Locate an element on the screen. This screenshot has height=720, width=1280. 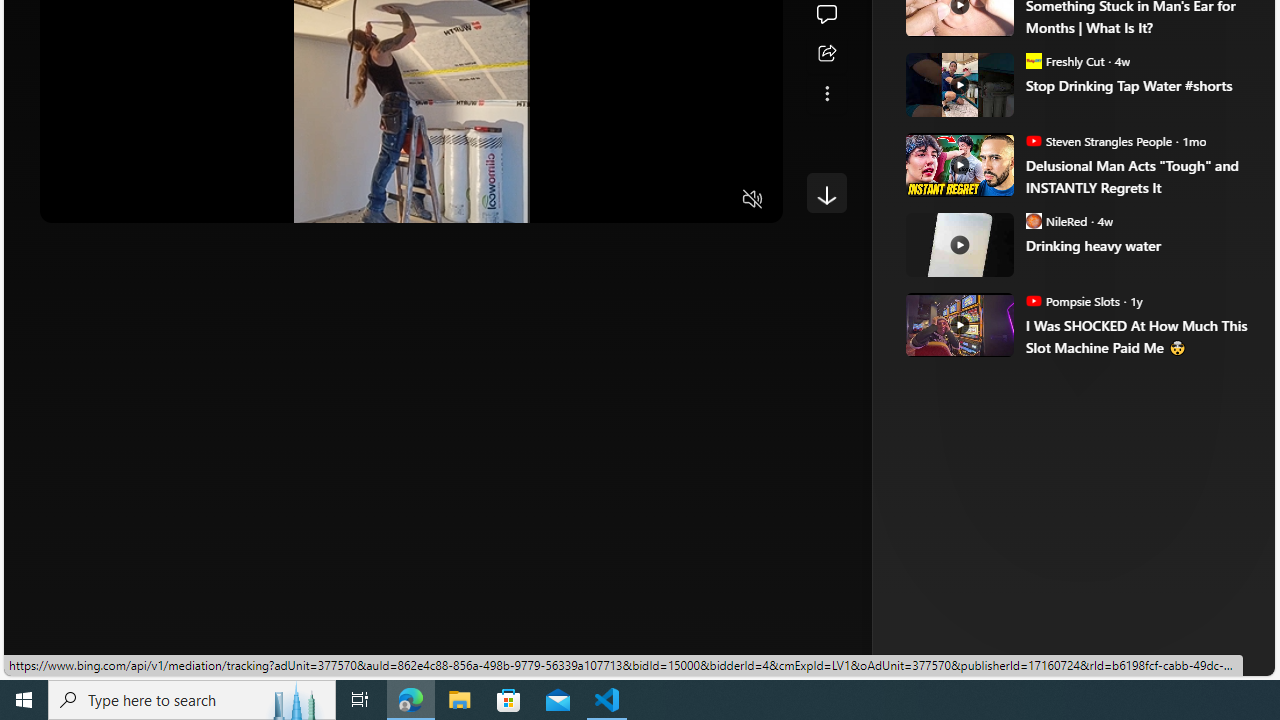
'Pompsie Slots Pompsie Slots' is located at coordinates (1071, 300).